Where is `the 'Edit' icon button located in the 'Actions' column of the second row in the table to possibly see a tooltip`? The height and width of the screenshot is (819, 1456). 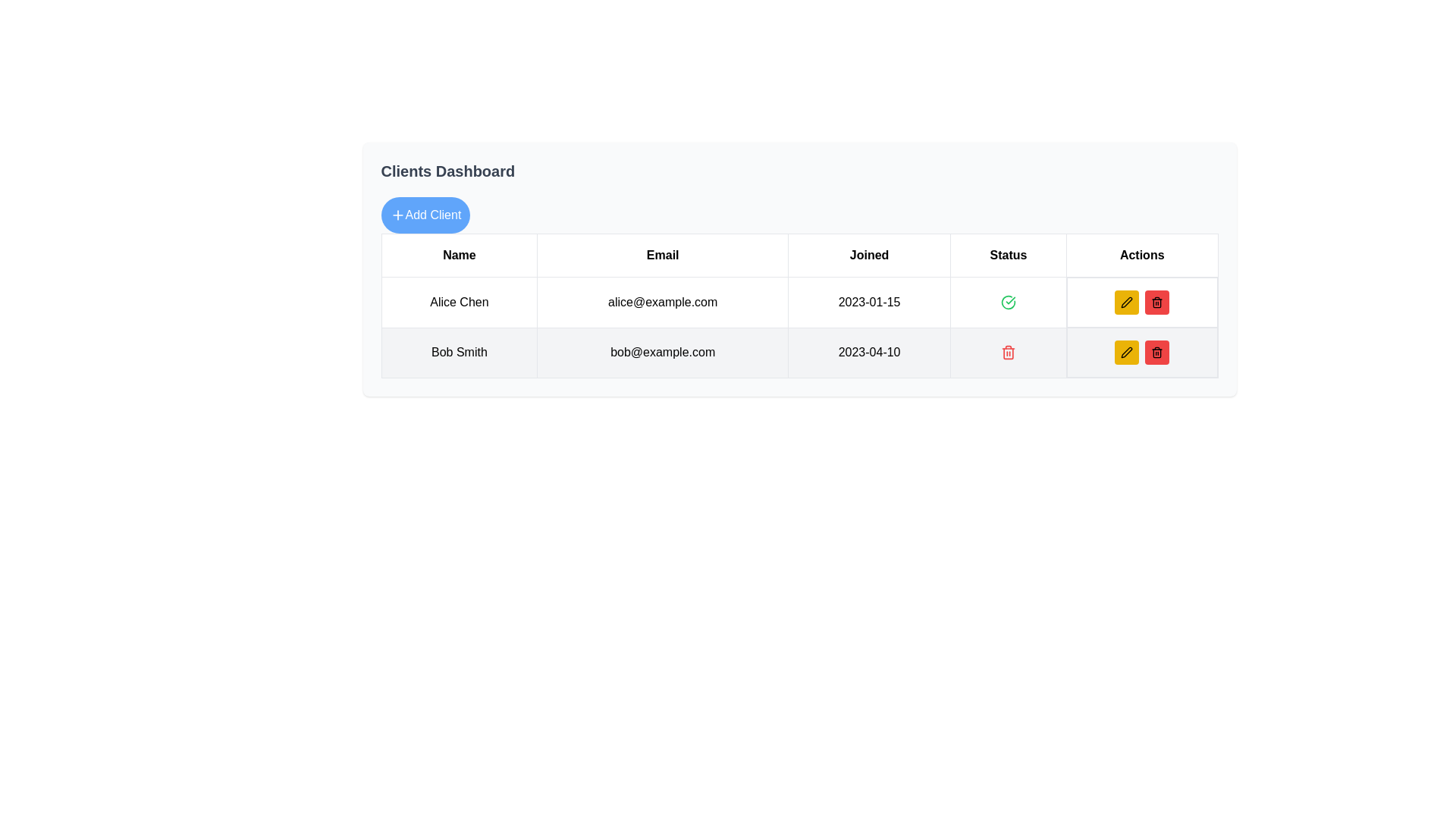
the 'Edit' icon button located in the 'Actions' column of the second row in the table to possibly see a tooltip is located at coordinates (1127, 302).